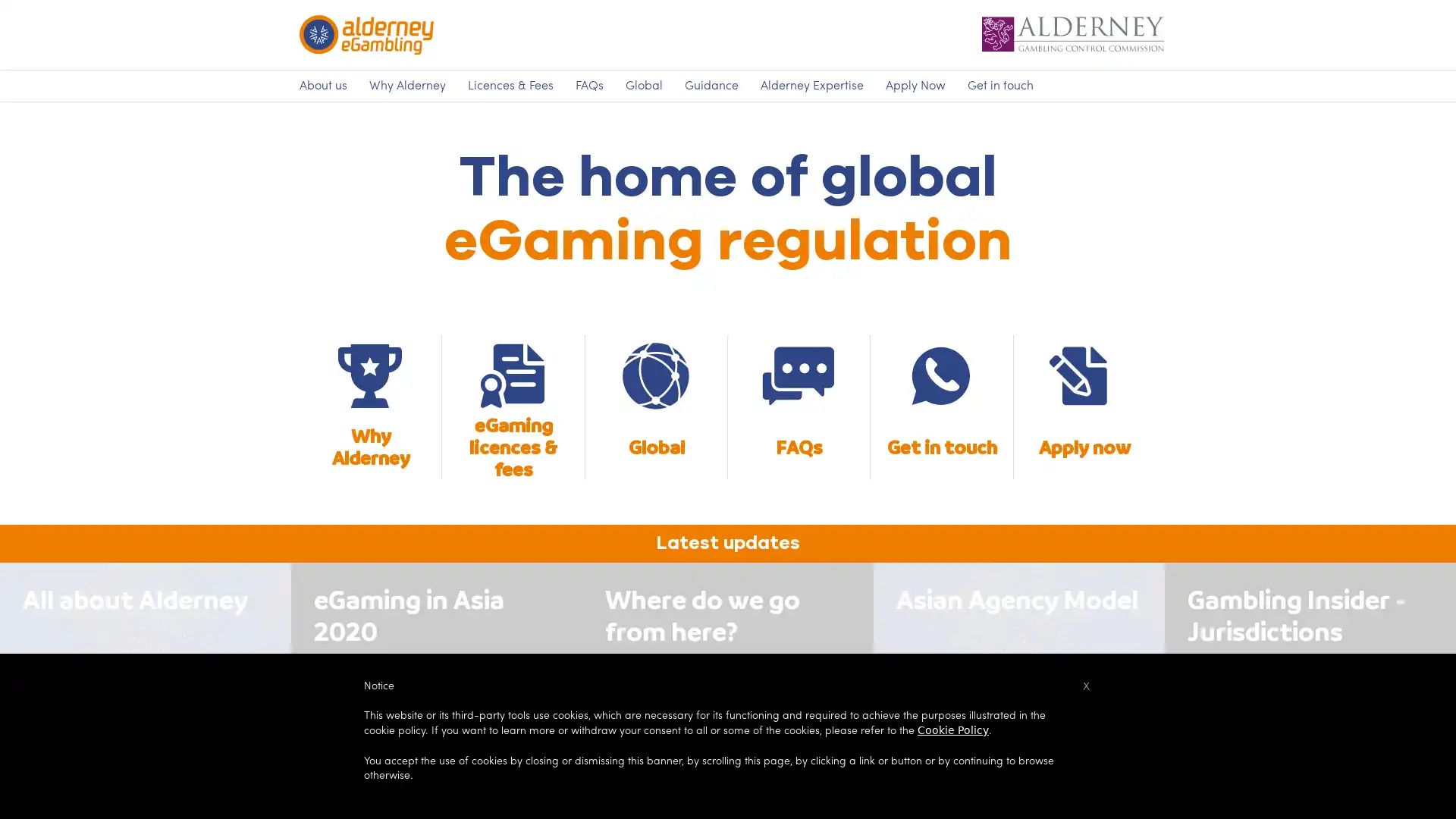  Describe the element at coordinates (1084, 683) in the screenshot. I see `x` at that location.